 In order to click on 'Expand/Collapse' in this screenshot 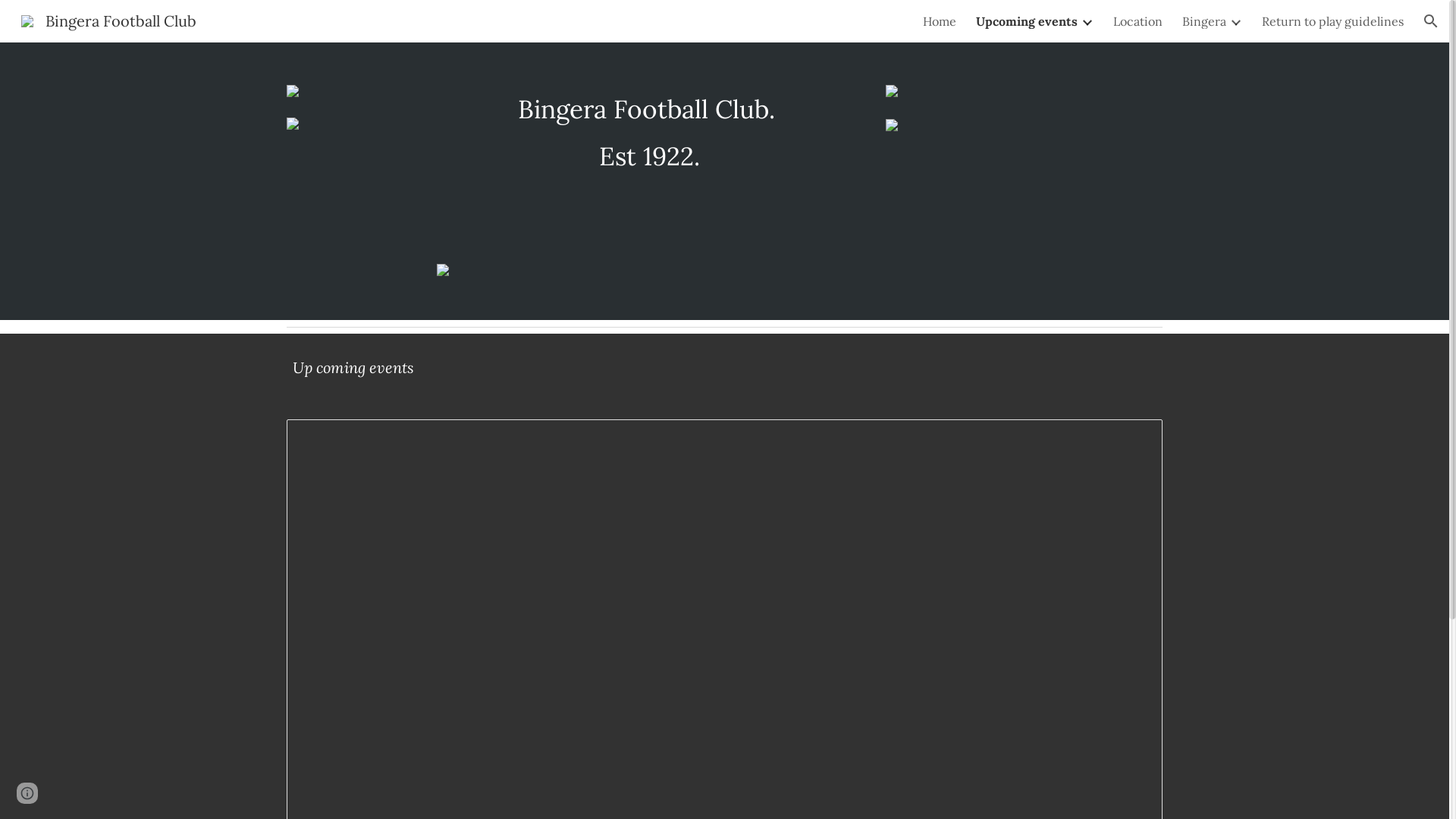, I will do `click(1235, 20)`.